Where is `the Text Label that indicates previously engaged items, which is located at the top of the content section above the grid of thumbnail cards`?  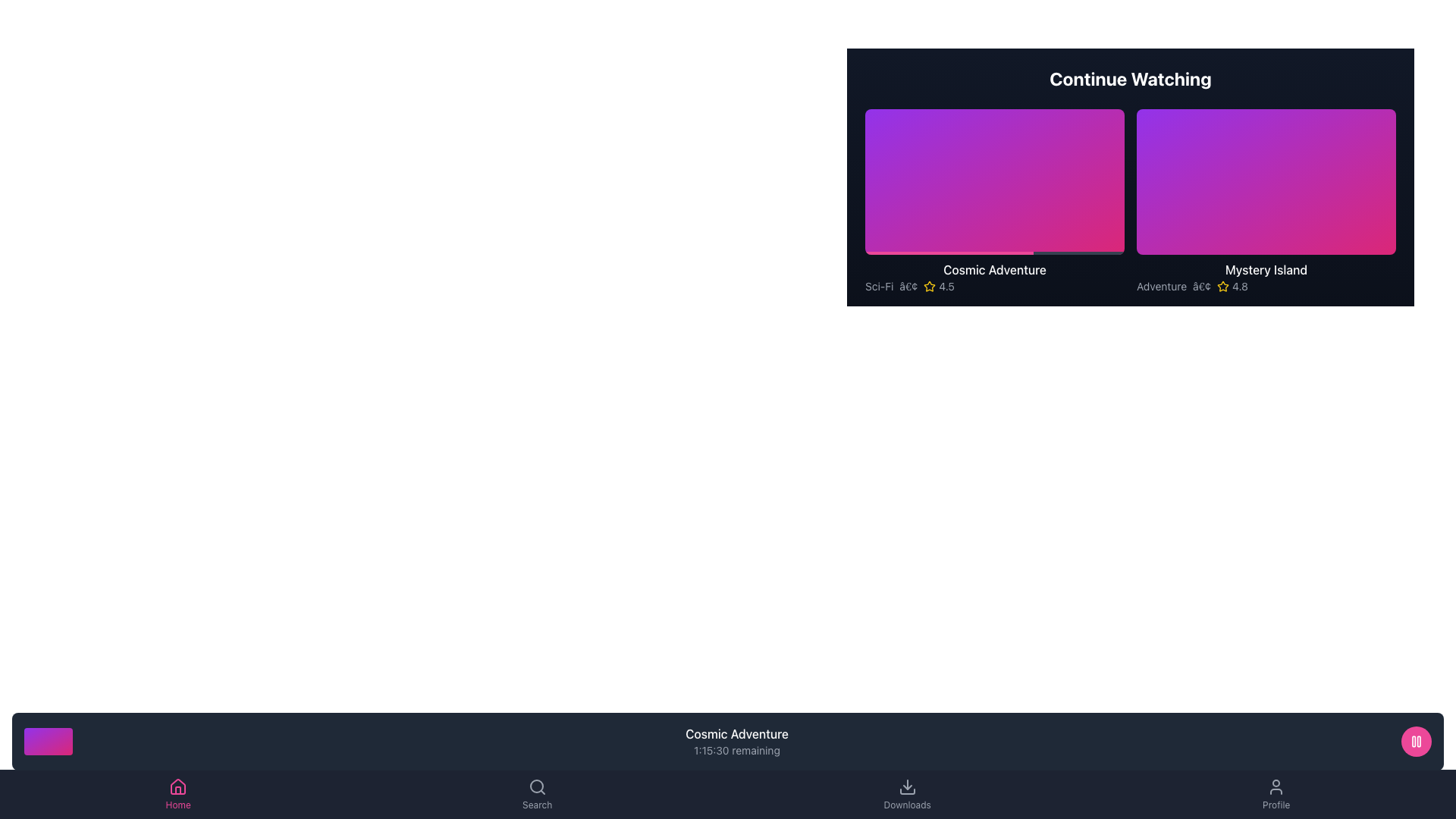
the Text Label that indicates previously engaged items, which is located at the top of the content section above the grid of thumbnail cards is located at coordinates (1131, 79).